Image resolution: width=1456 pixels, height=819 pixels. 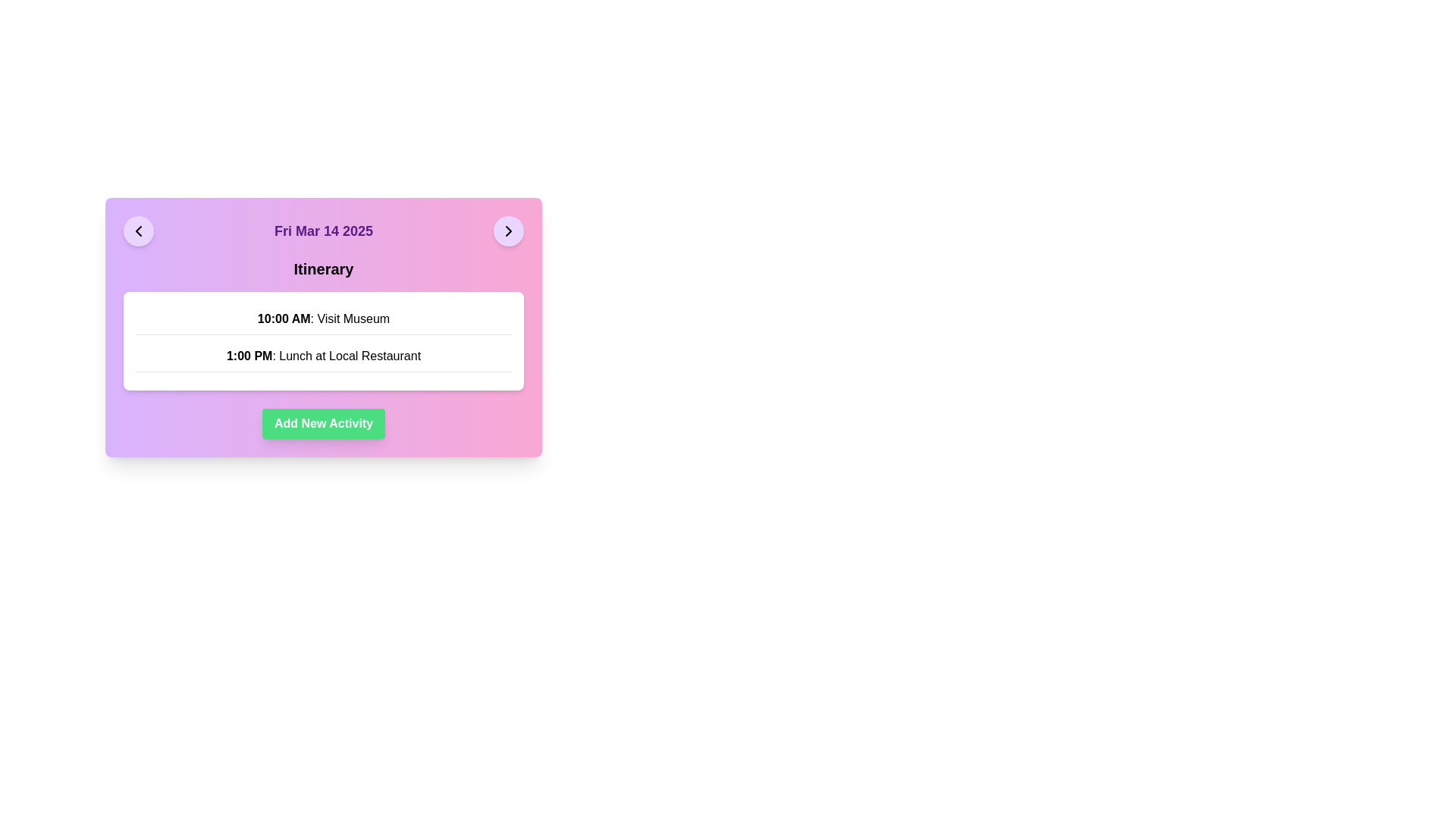 I want to click on the left-facing chevron icon located at the top-left corner of the card component, so click(x=138, y=231).